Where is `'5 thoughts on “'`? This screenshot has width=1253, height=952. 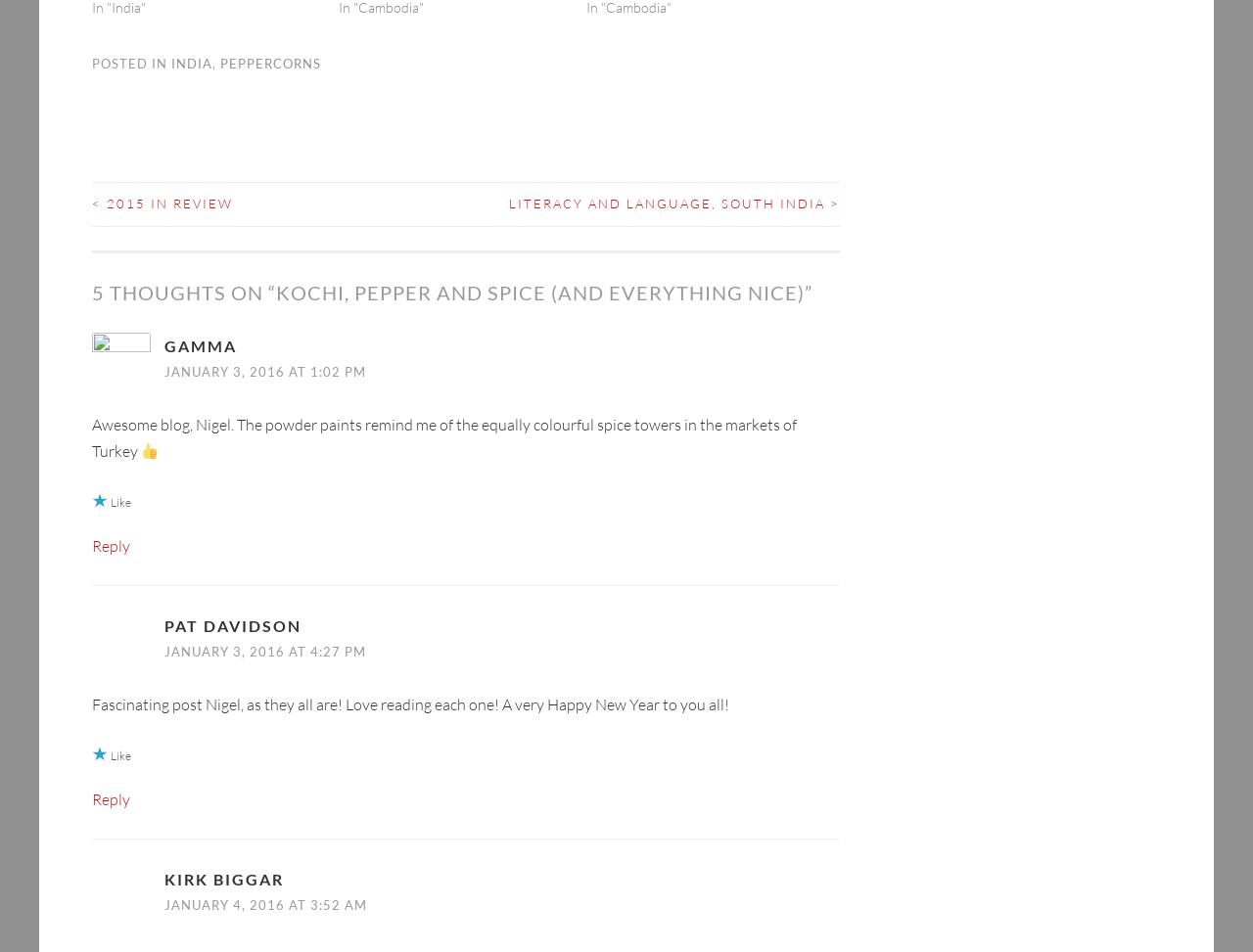 '5 thoughts on “' is located at coordinates (184, 259).